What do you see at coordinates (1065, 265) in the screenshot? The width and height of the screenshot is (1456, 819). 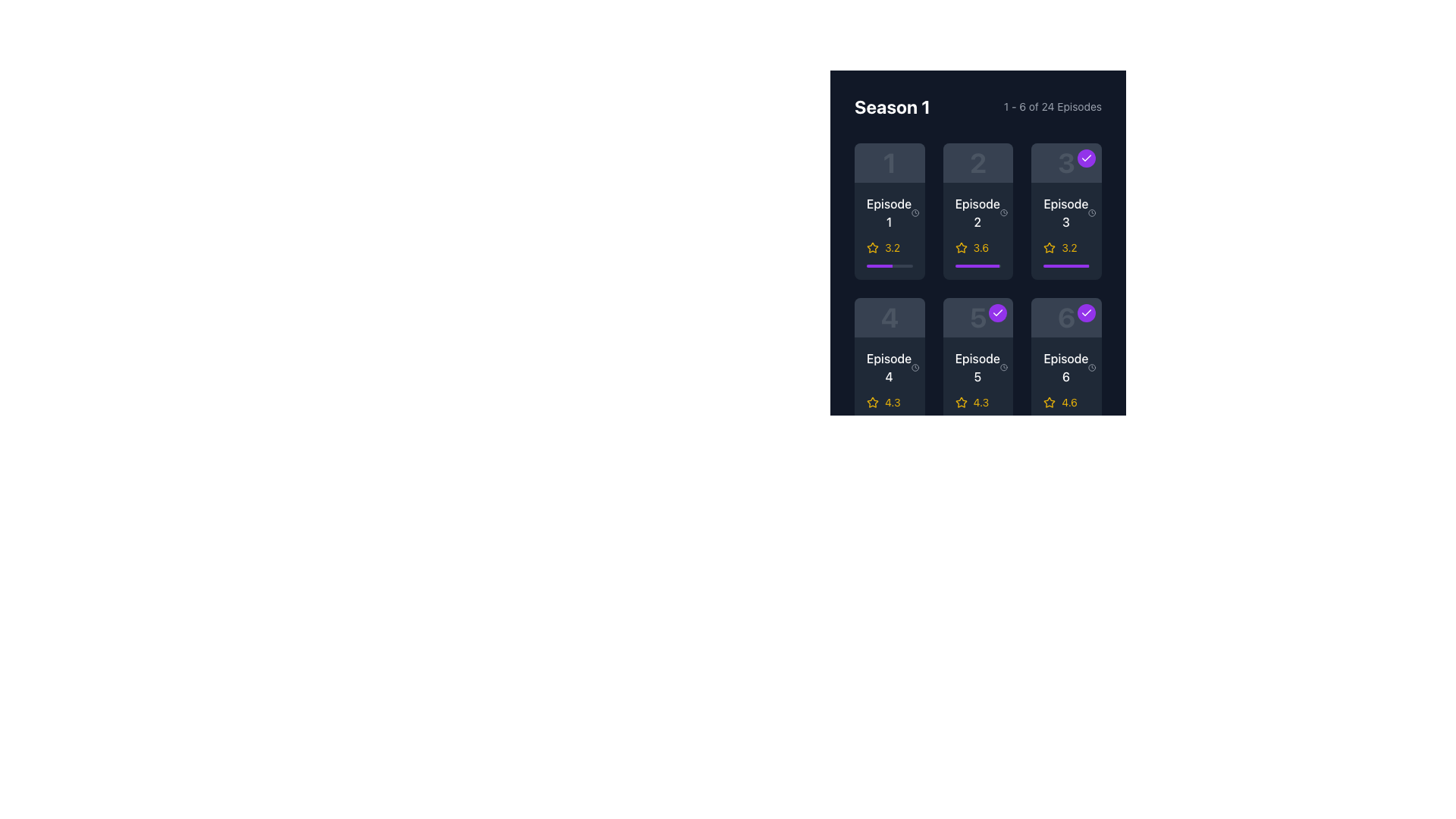 I see `the purple progress bar located near the bottom of the 'Episode 3' card in the series display grid, contained within a dark gray area` at bounding box center [1065, 265].